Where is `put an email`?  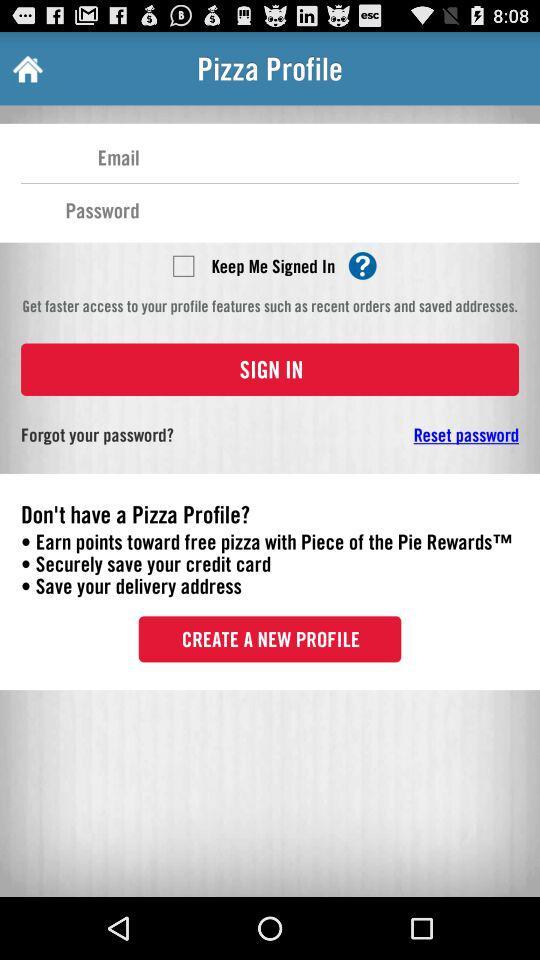
put an email is located at coordinates (329, 155).